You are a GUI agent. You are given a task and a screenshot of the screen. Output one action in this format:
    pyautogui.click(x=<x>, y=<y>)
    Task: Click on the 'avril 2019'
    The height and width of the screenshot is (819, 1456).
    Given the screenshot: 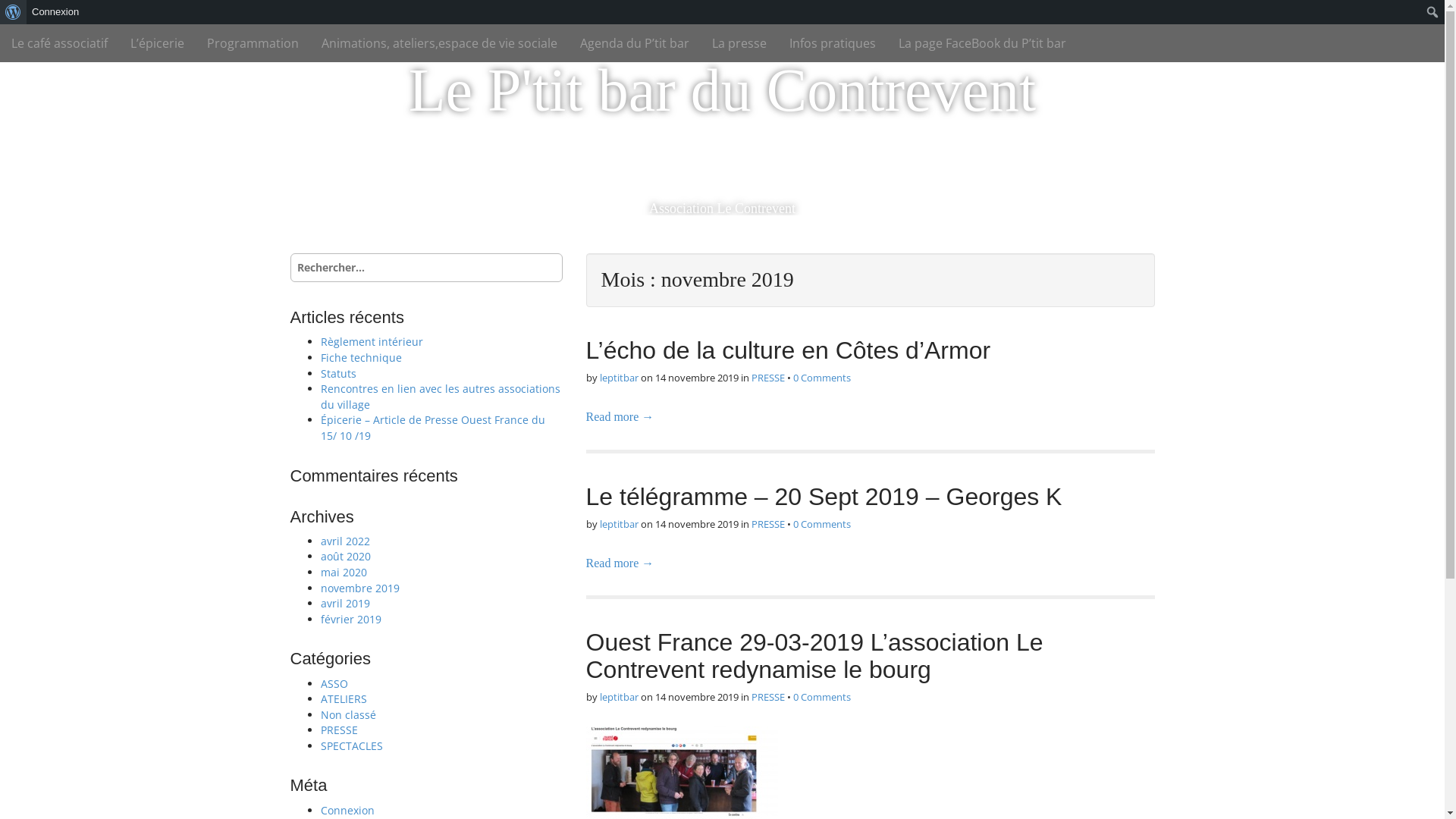 What is the action you would take?
    pyautogui.click(x=344, y=602)
    